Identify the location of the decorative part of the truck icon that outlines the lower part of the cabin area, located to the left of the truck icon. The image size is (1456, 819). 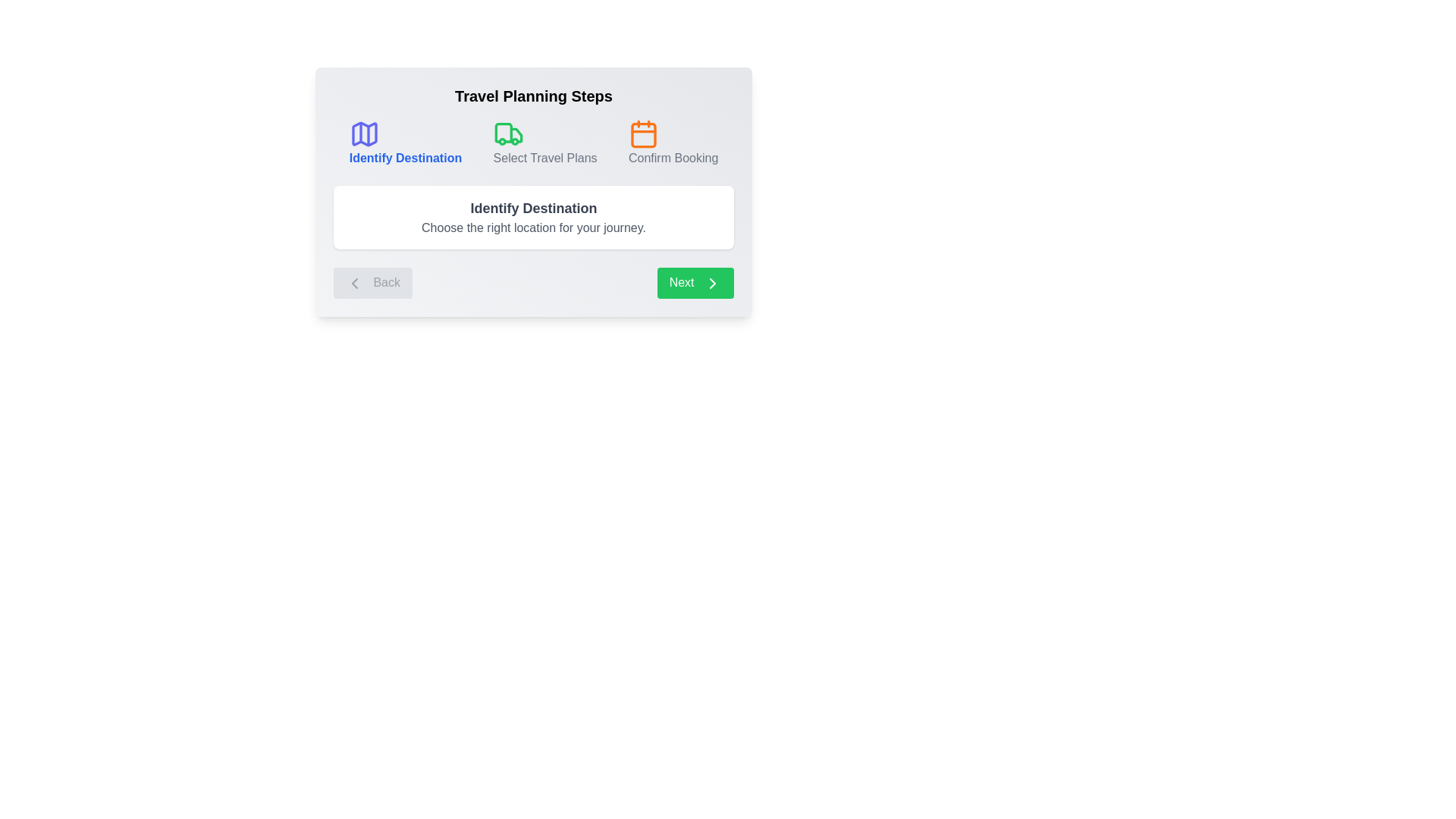
(503, 132).